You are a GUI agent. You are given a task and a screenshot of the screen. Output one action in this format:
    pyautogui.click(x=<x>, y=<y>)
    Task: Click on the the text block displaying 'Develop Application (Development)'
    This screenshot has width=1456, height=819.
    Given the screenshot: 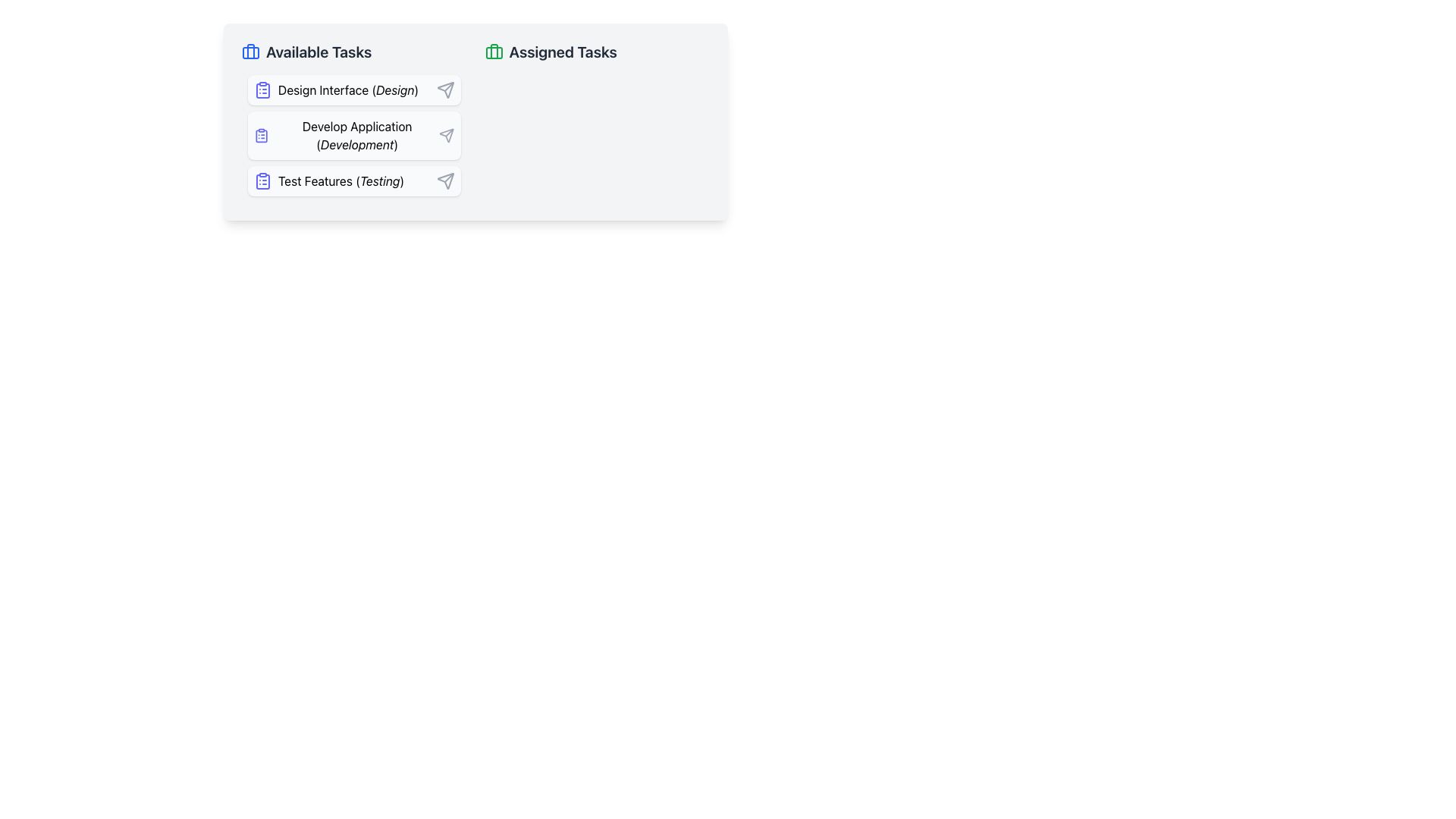 What is the action you would take?
    pyautogui.click(x=356, y=134)
    